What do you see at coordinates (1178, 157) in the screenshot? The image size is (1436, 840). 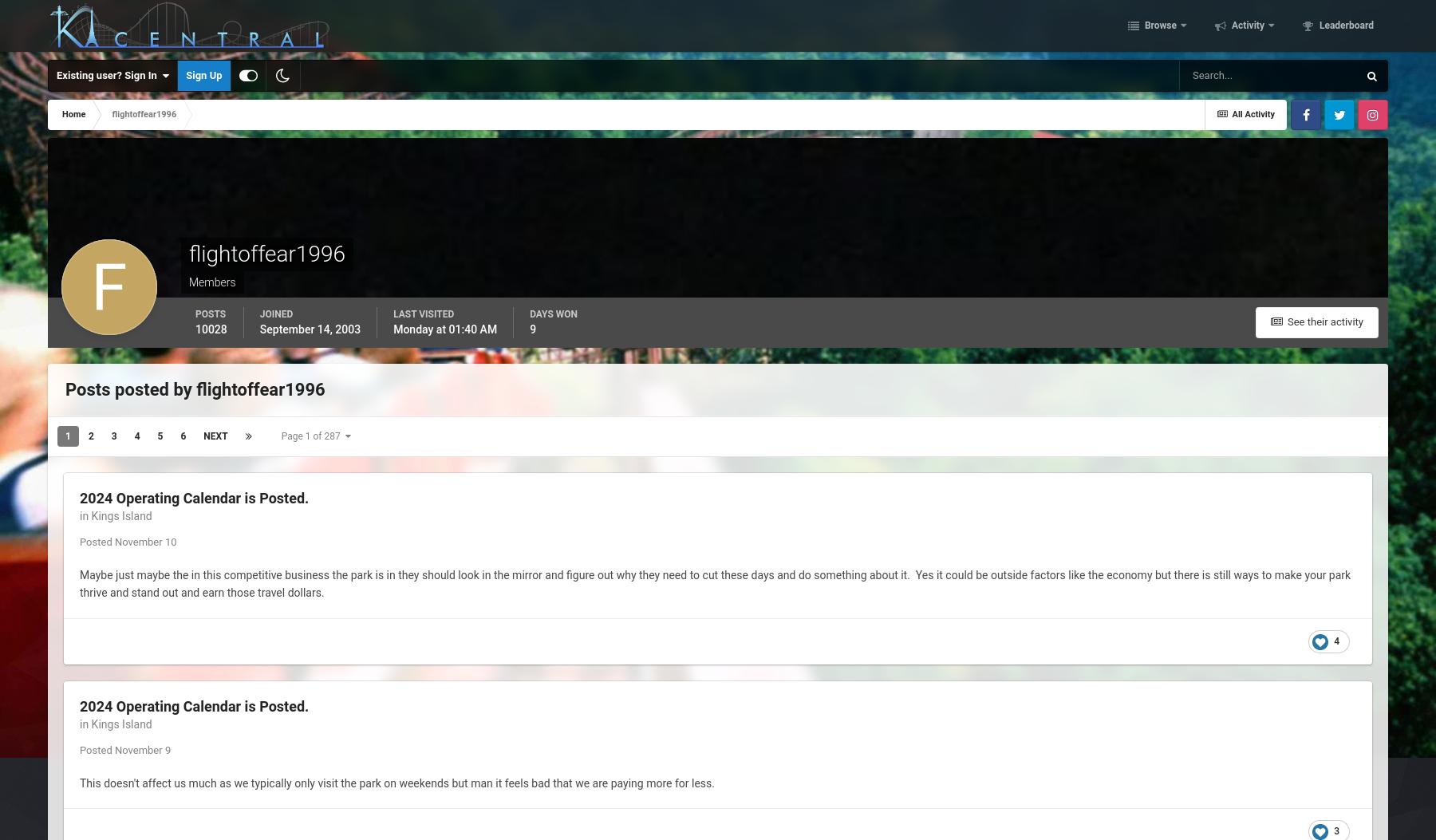 I see `'Online Users'` at bounding box center [1178, 157].